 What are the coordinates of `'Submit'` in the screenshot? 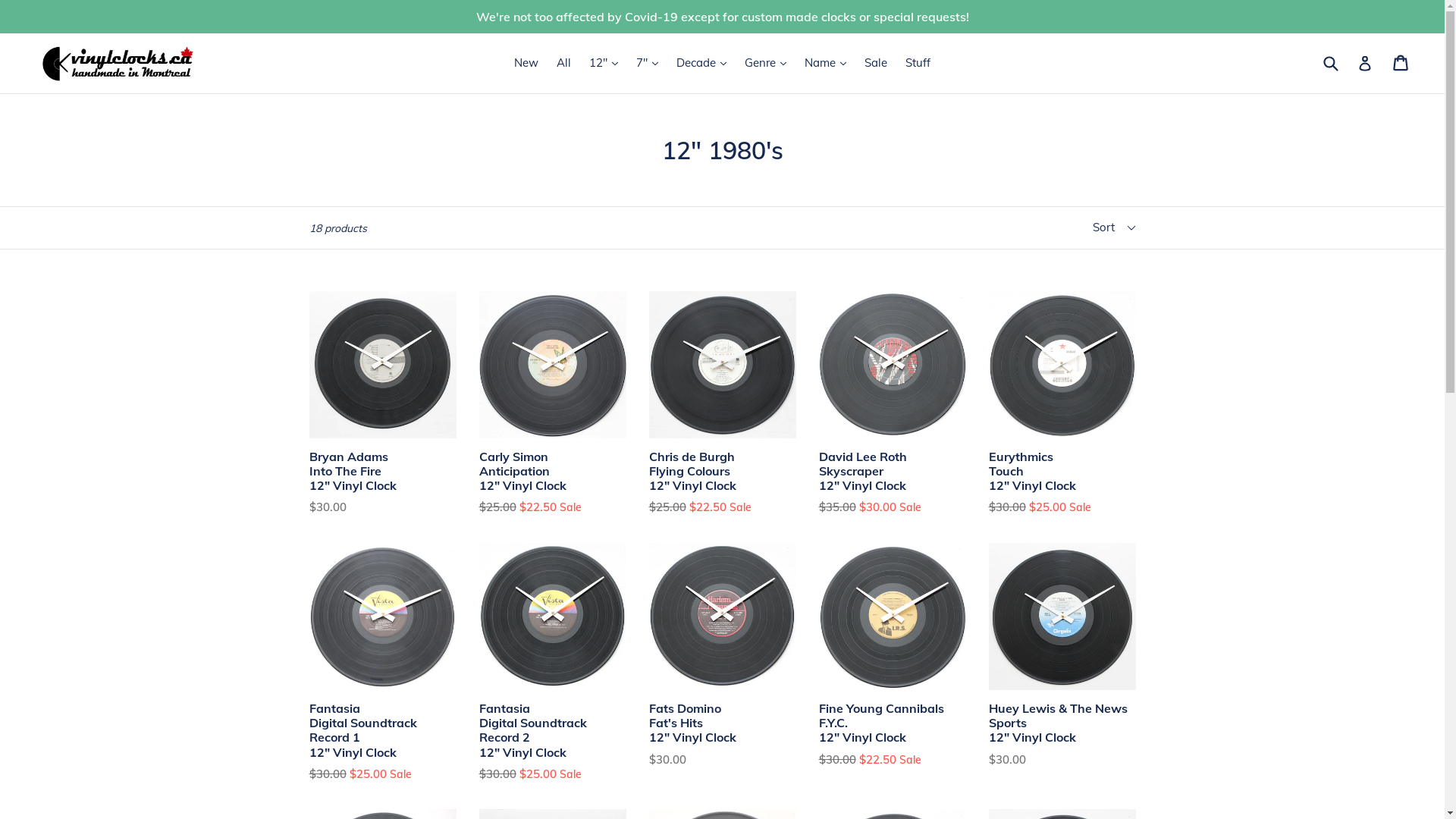 It's located at (1329, 62).